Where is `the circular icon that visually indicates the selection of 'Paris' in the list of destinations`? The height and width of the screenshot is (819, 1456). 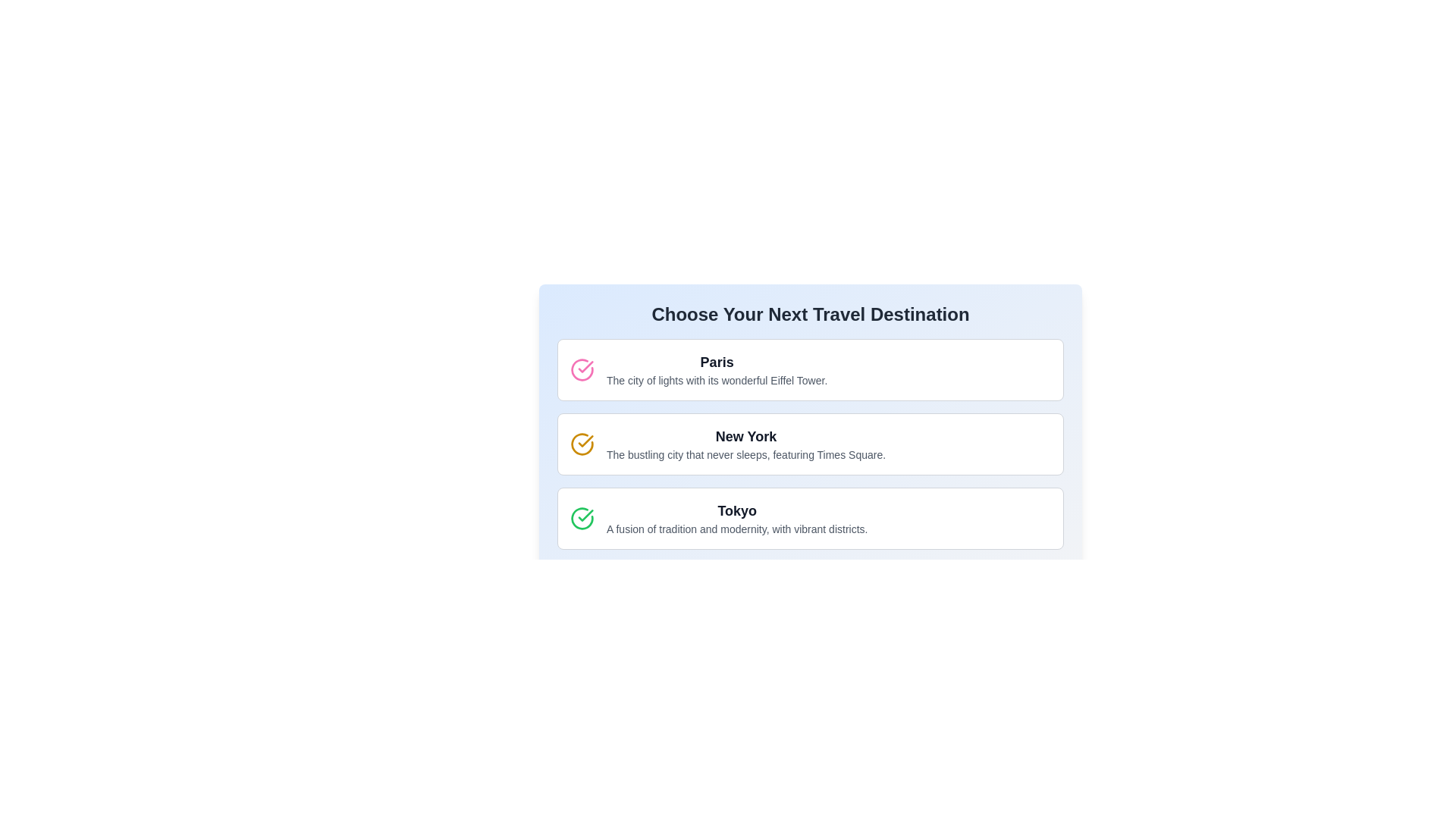 the circular icon that visually indicates the selection of 'Paris' in the list of destinations is located at coordinates (585, 514).